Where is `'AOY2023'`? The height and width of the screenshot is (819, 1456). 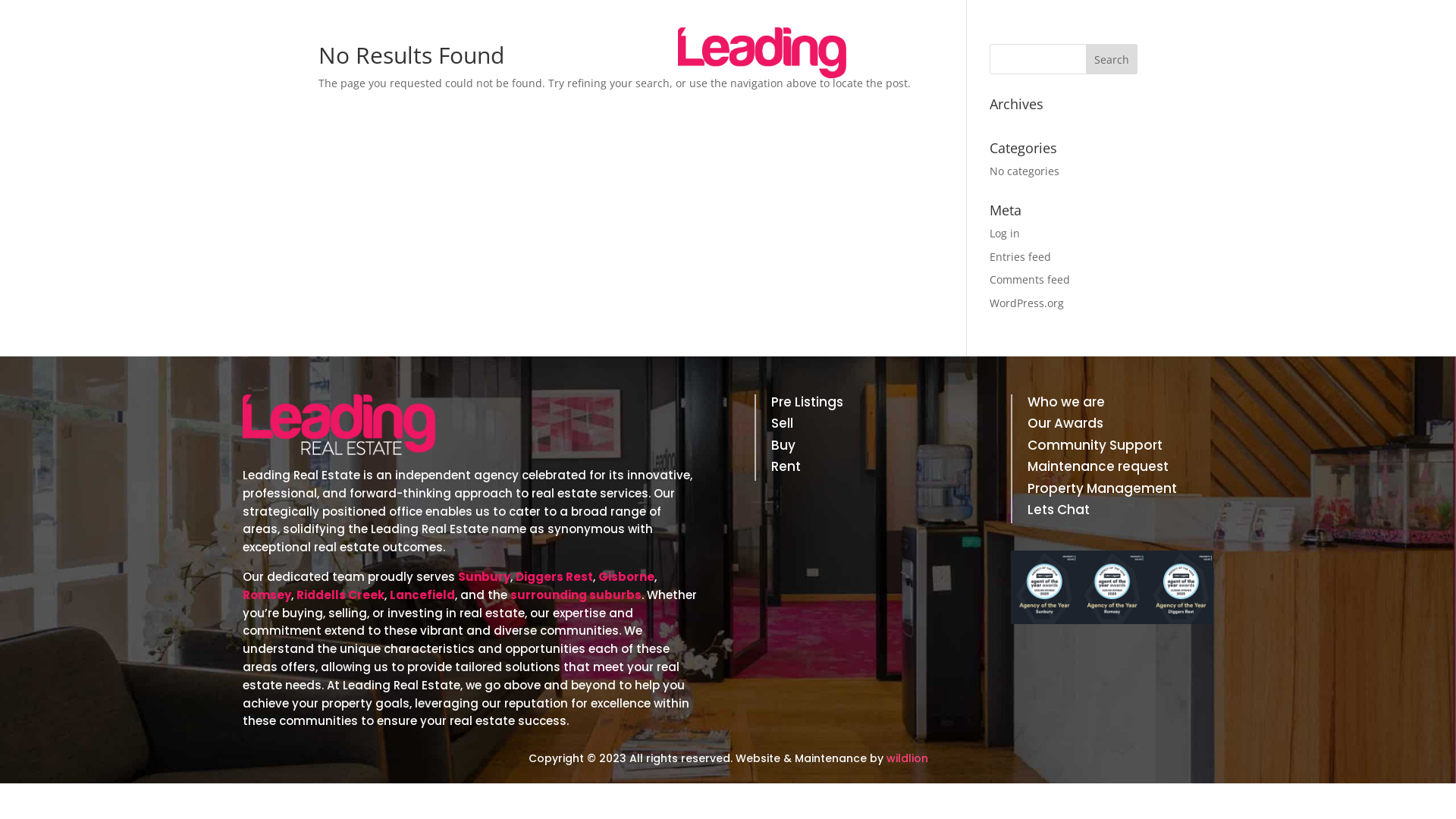 'AOY2023' is located at coordinates (1112, 586).